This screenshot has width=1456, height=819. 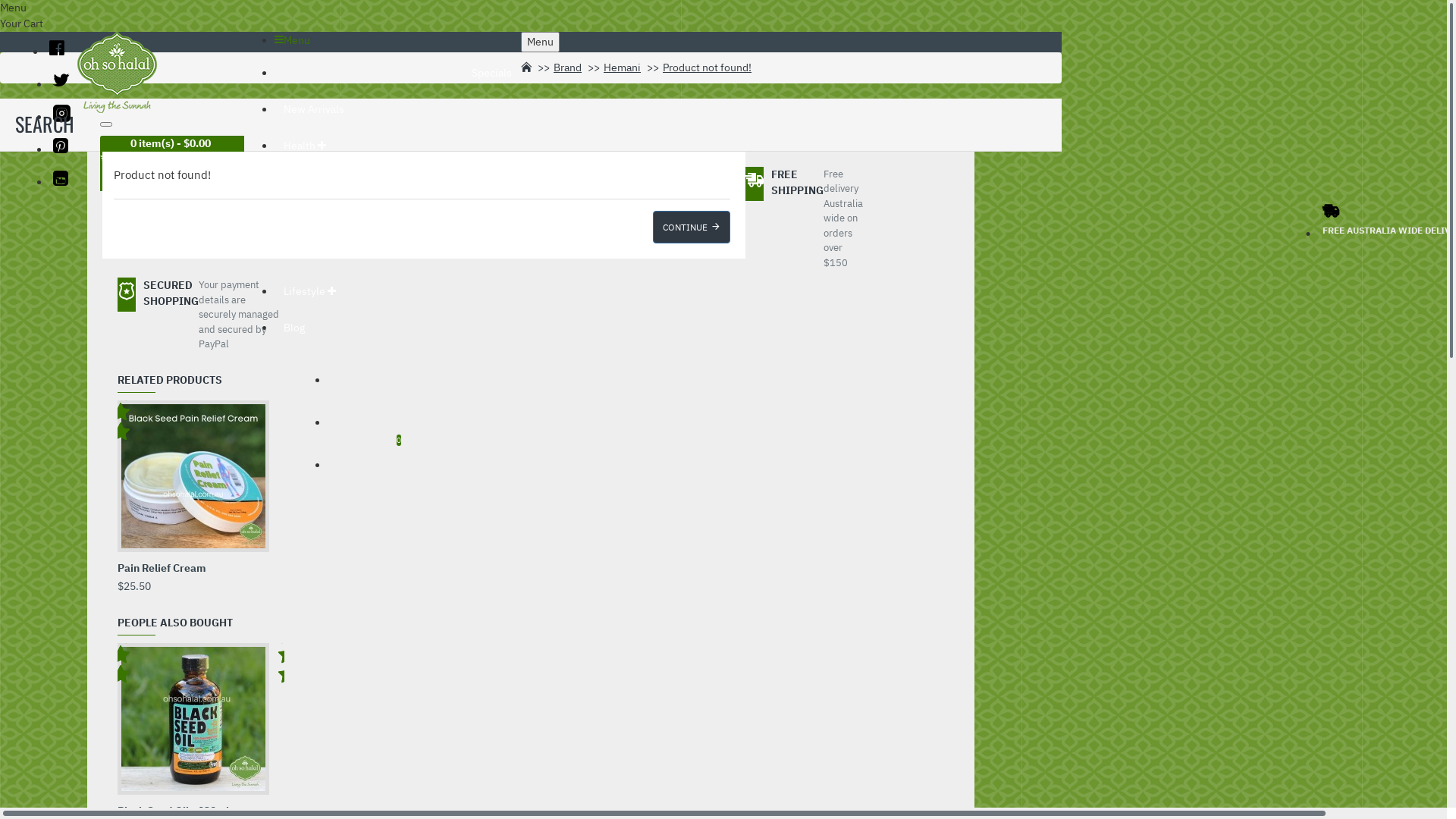 What do you see at coordinates (690, 227) in the screenshot?
I see `'CONTINUE'` at bounding box center [690, 227].